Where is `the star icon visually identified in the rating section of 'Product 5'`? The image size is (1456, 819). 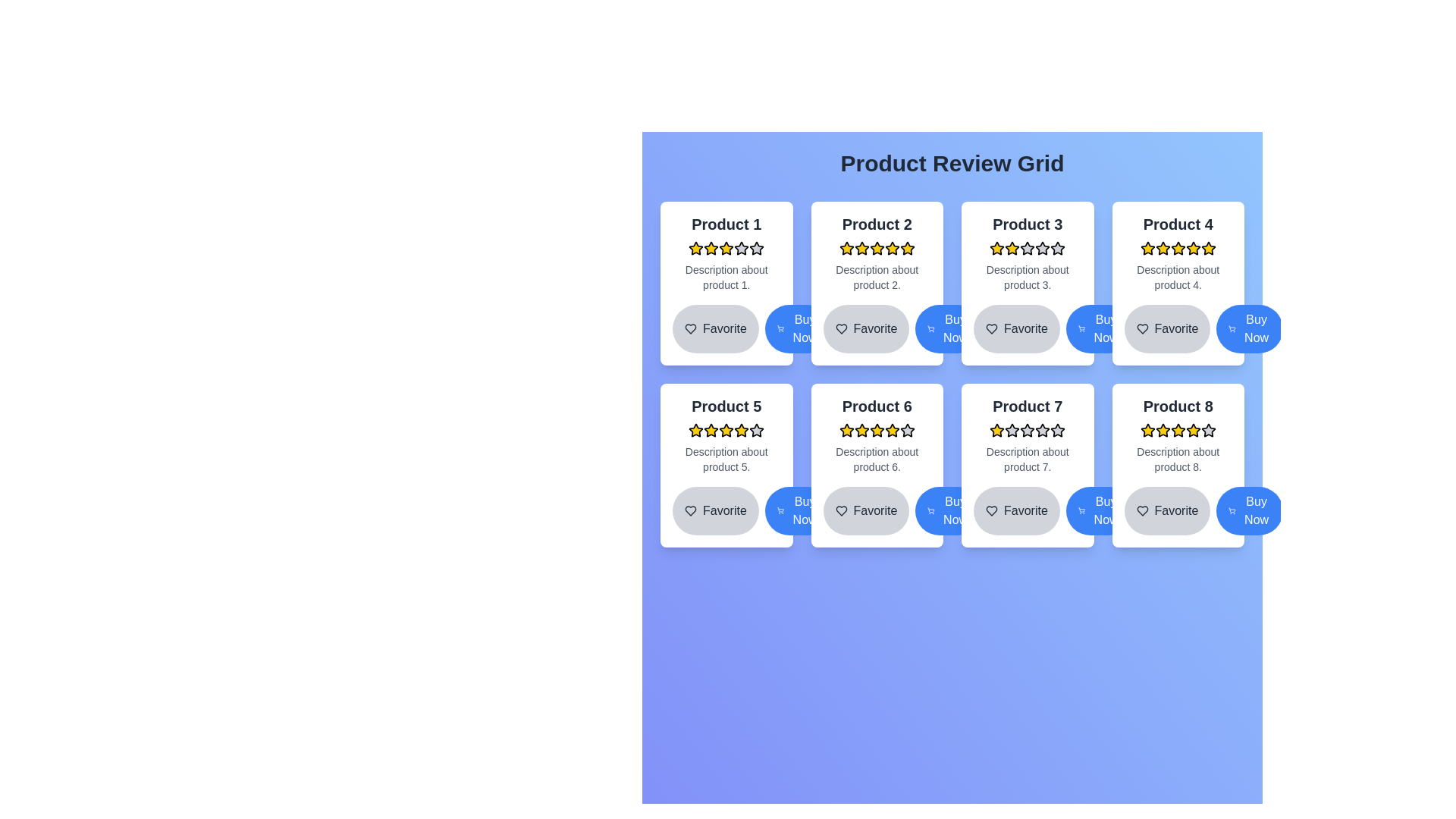 the star icon visually identified in the rating section of 'Product 5' is located at coordinates (695, 430).